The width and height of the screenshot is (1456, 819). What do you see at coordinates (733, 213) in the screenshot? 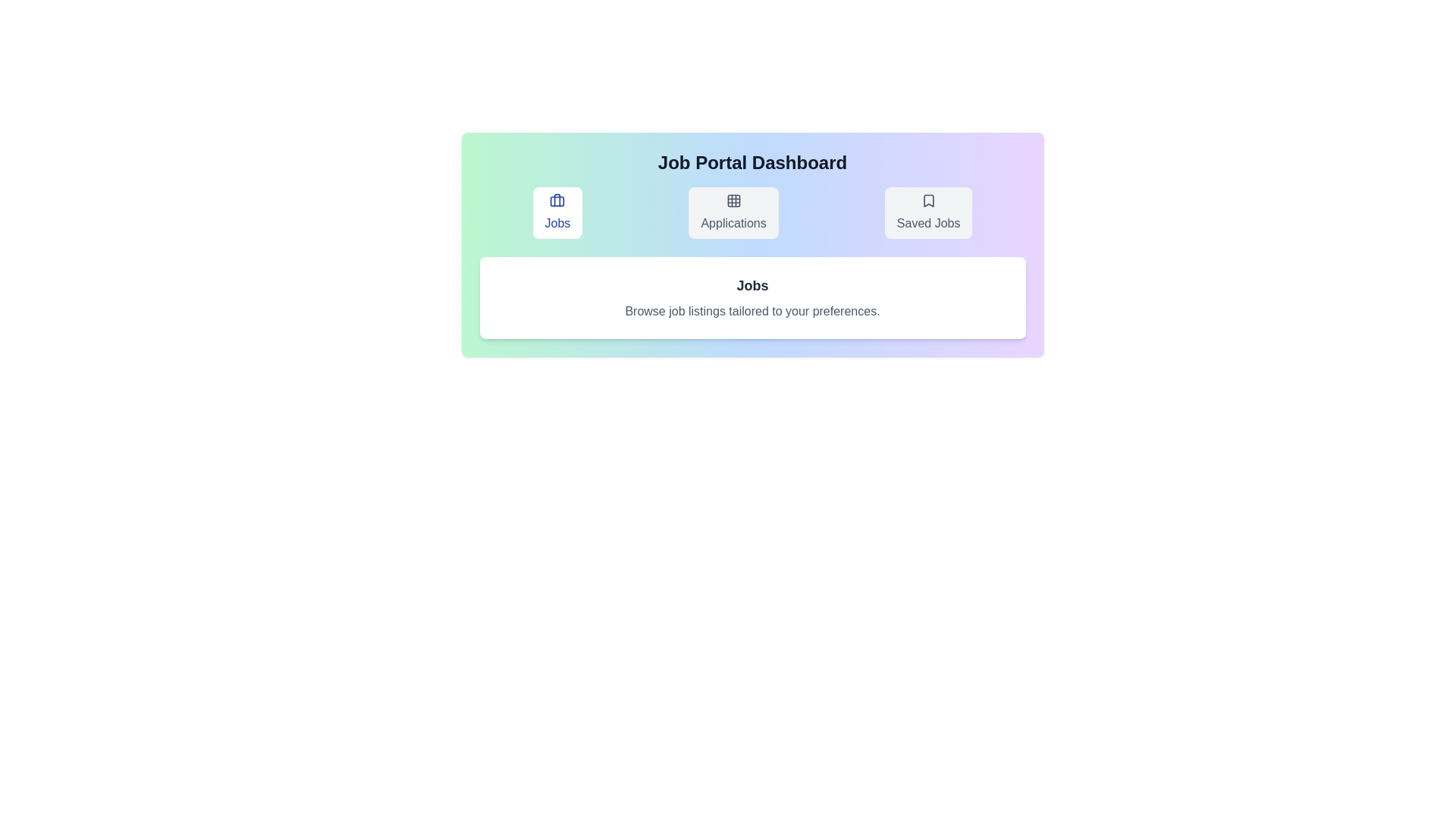
I see `the Applications section by clicking on the corresponding tab` at bounding box center [733, 213].